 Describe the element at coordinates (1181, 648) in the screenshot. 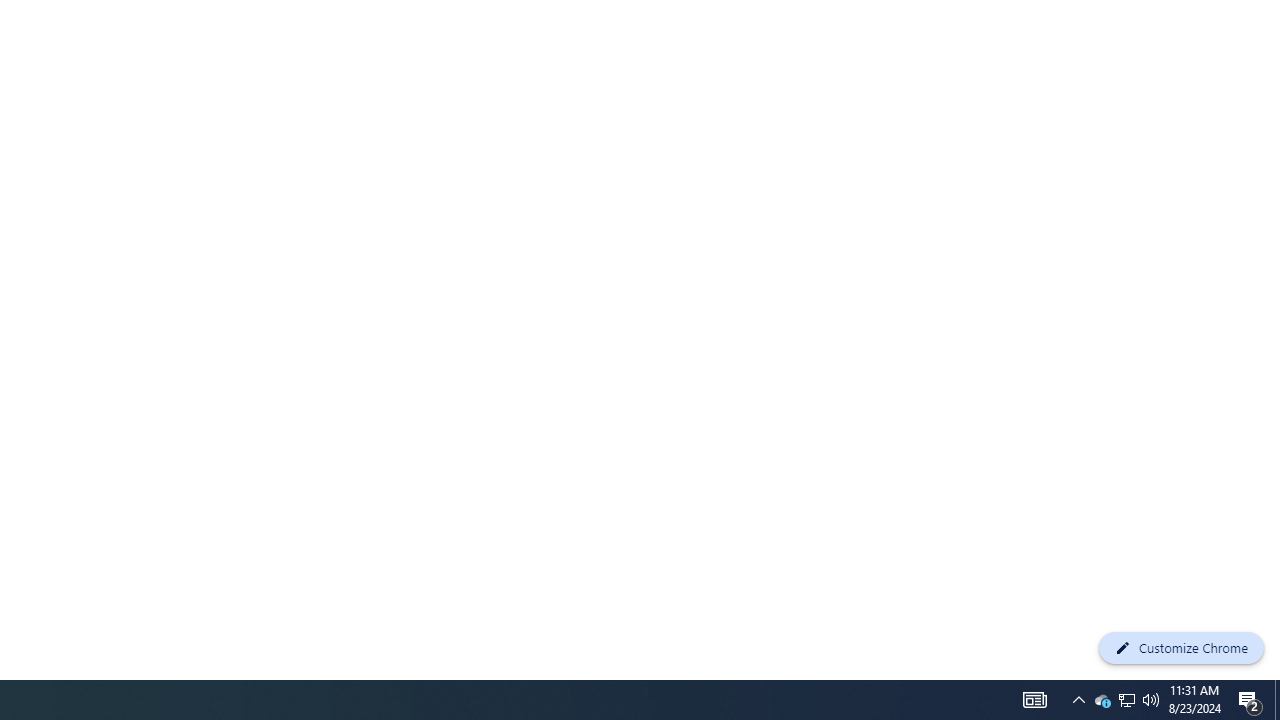

I see `'Customize Chrome'` at that location.